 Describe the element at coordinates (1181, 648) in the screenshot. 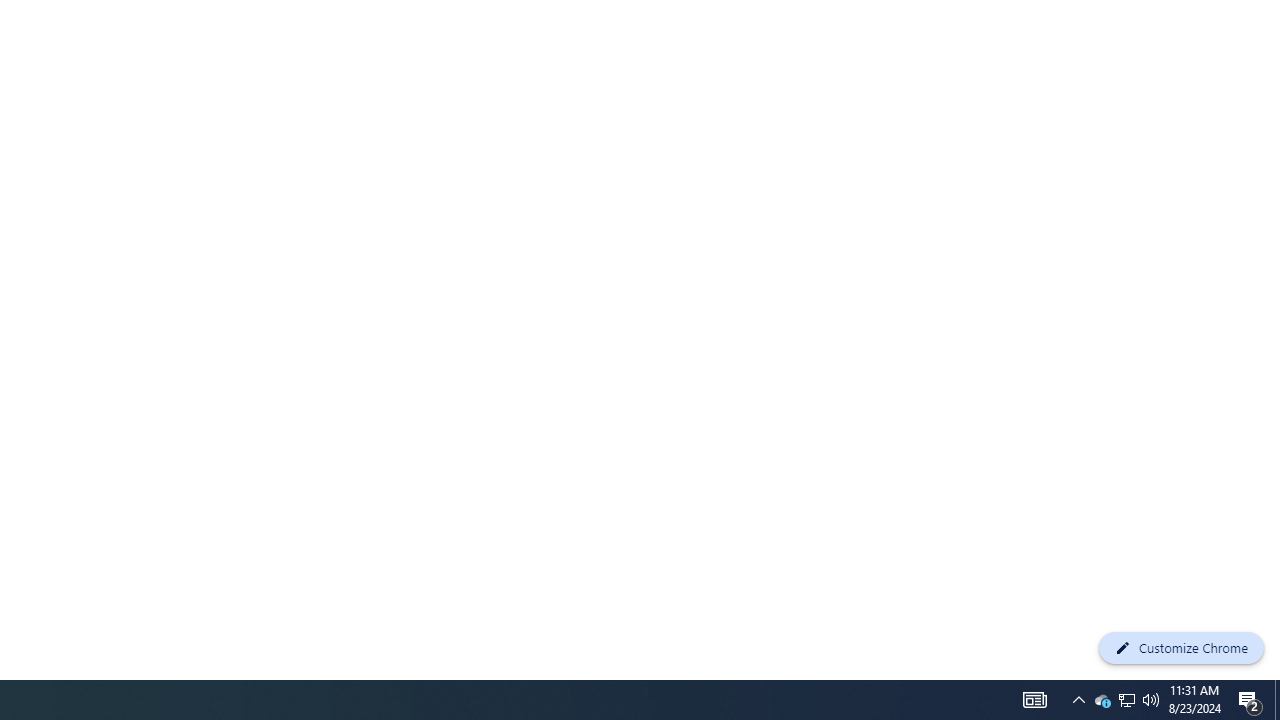

I see `'Customize Chrome'` at that location.